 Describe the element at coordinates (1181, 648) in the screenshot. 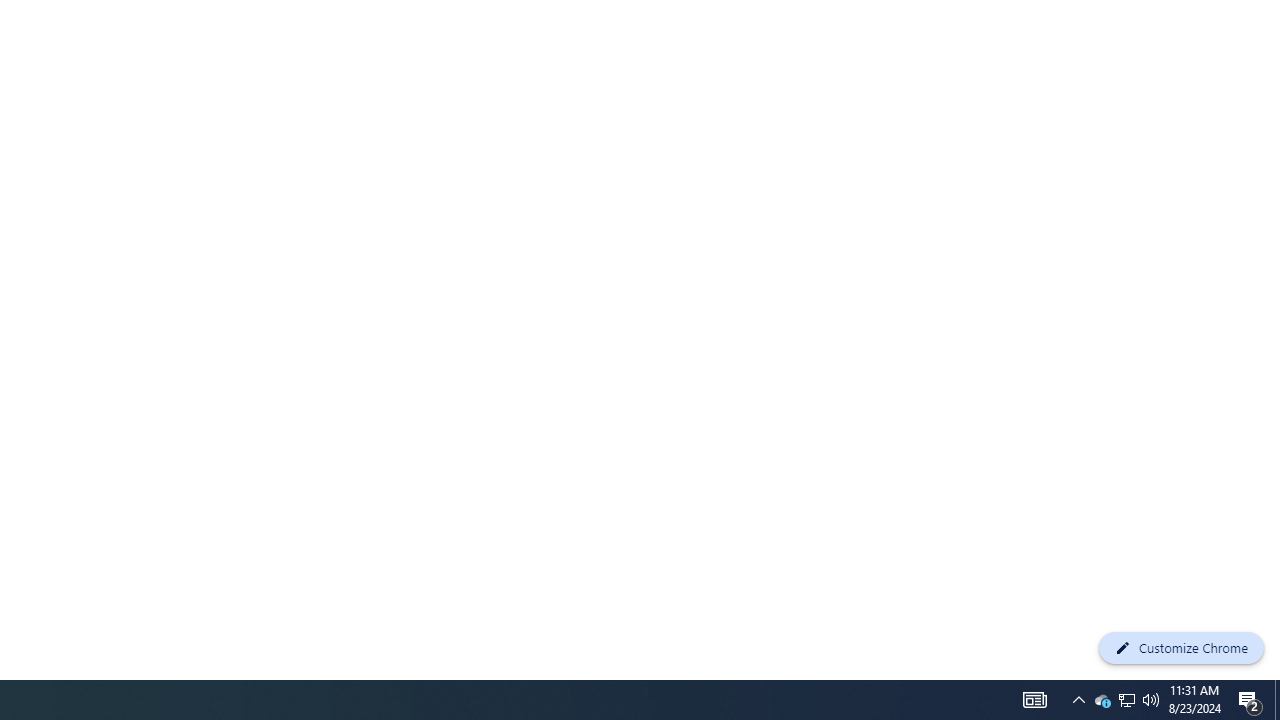

I see `'Customize Chrome'` at that location.